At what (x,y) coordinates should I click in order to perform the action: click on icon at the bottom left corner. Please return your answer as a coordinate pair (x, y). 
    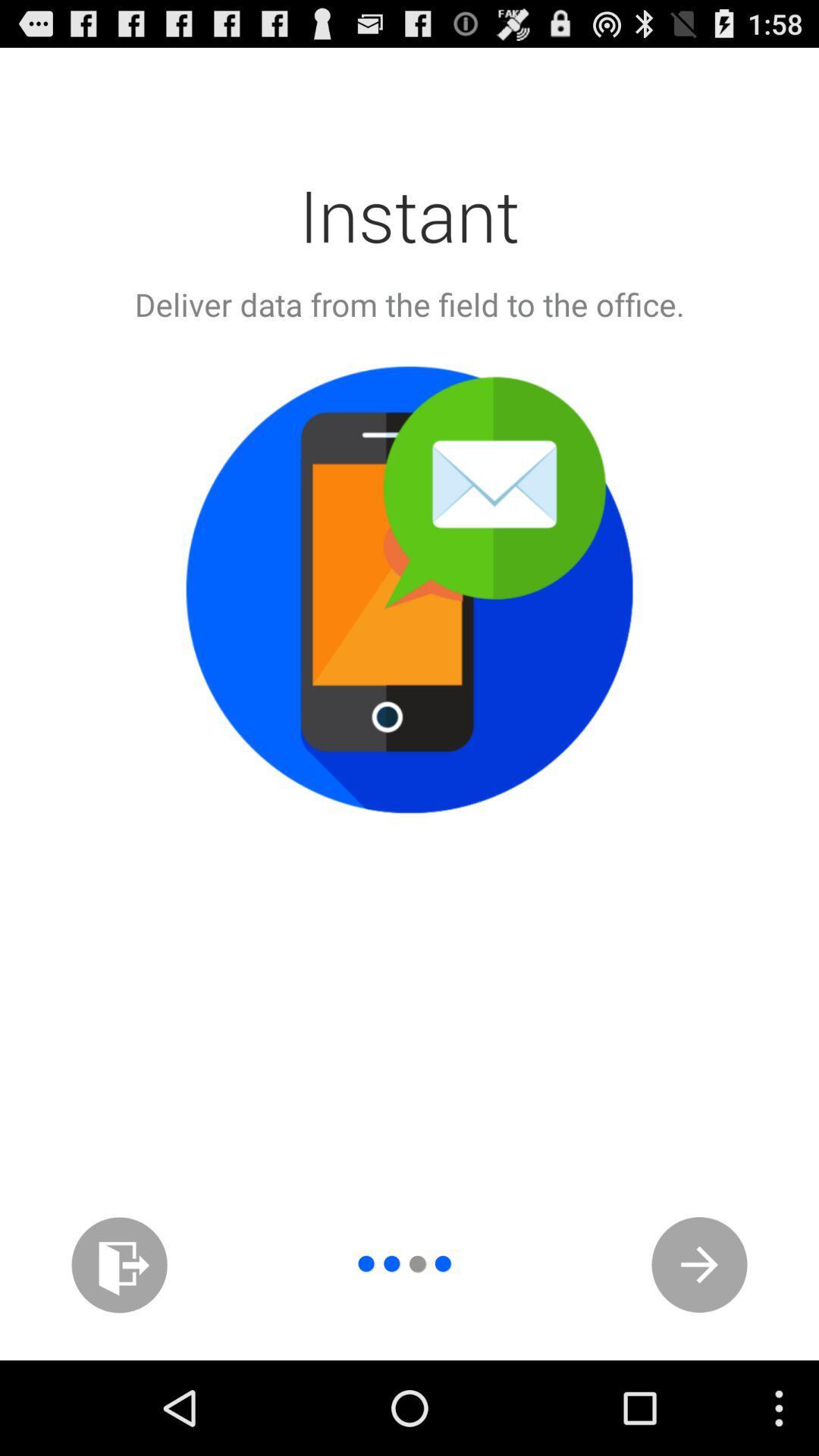
    Looking at the image, I should click on (118, 1265).